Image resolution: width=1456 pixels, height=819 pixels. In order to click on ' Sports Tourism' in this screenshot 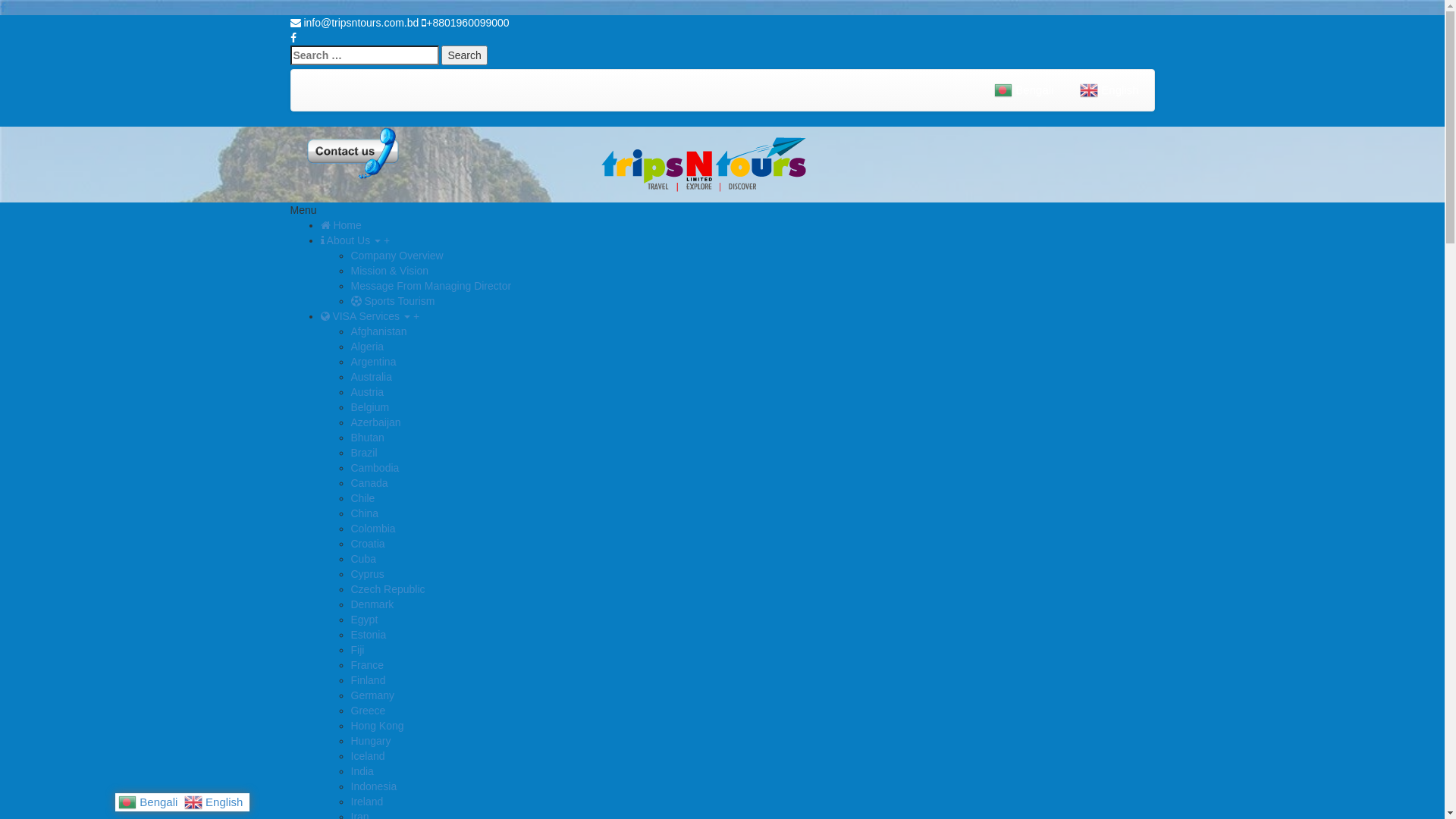, I will do `click(349, 301)`.